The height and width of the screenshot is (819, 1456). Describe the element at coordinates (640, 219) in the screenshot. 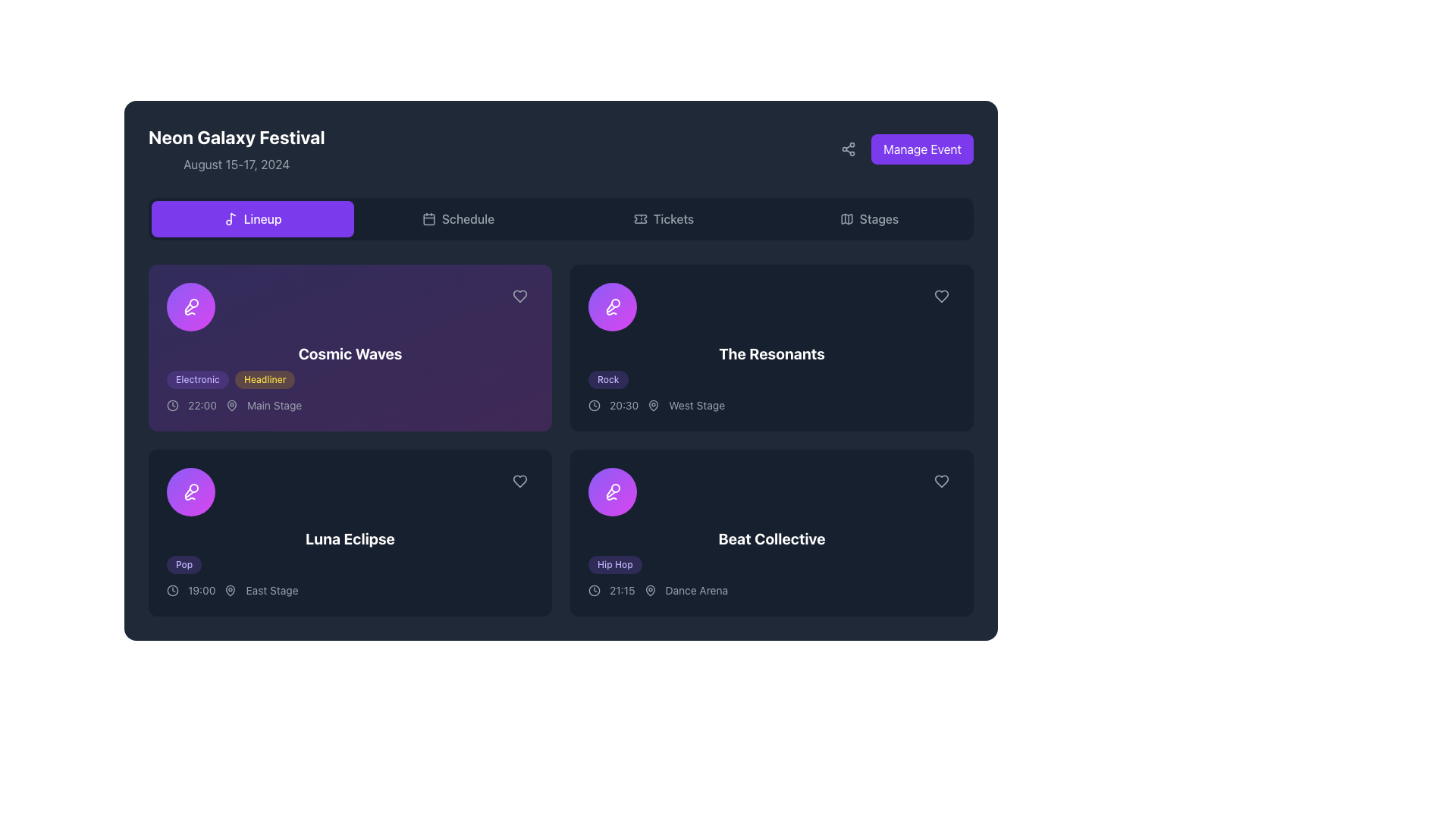

I see `the small icon resembling a stylized ticket located in the top navigation bar` at that location.